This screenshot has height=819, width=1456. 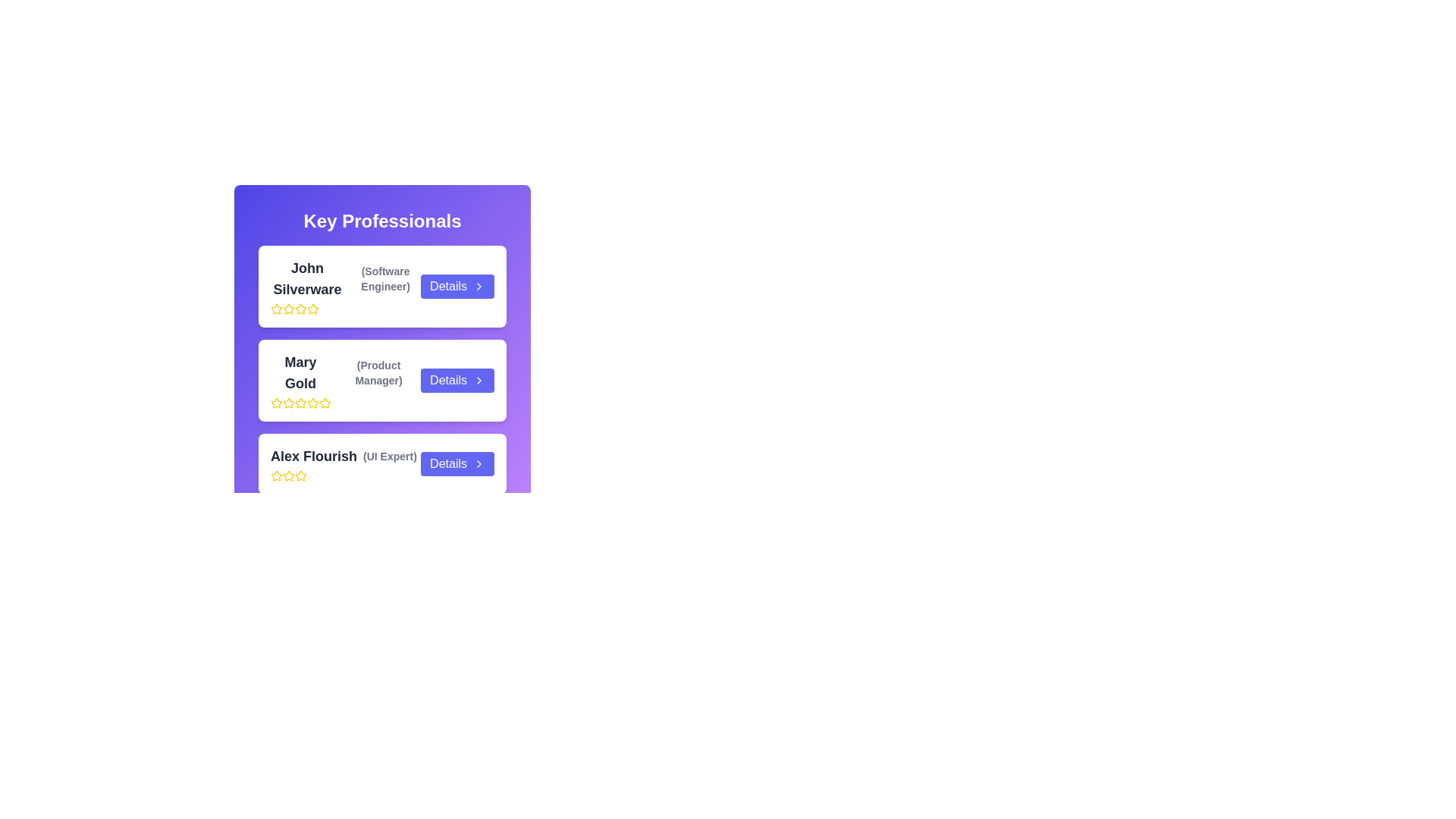 What do you see at coordinates (457, 287) in the screenshot?
I see `'Details' button for the contact named John Silverware` at bounding box center [457, 287].